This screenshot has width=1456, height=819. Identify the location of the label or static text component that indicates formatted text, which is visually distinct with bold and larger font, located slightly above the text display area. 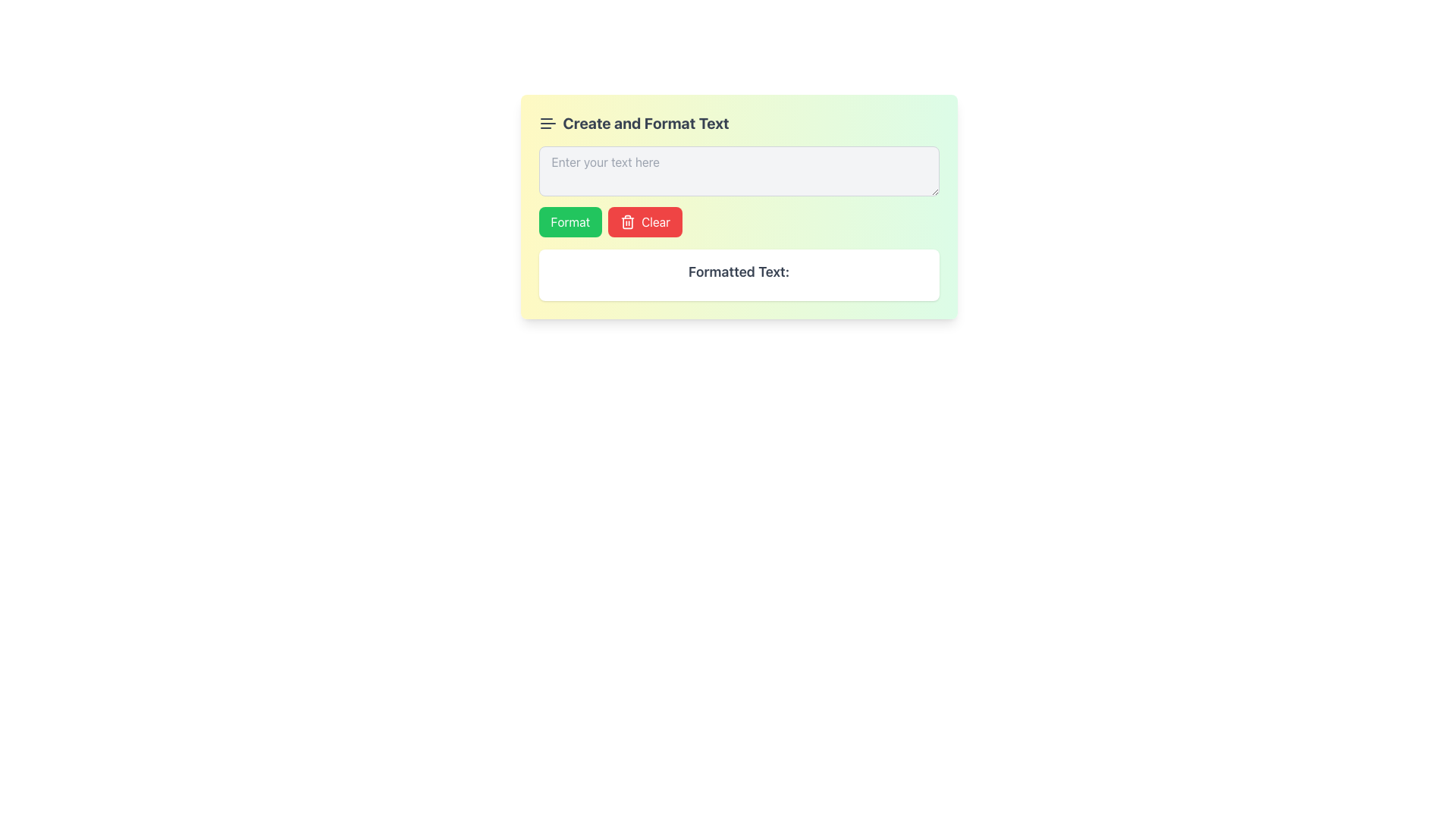
(739, 271).